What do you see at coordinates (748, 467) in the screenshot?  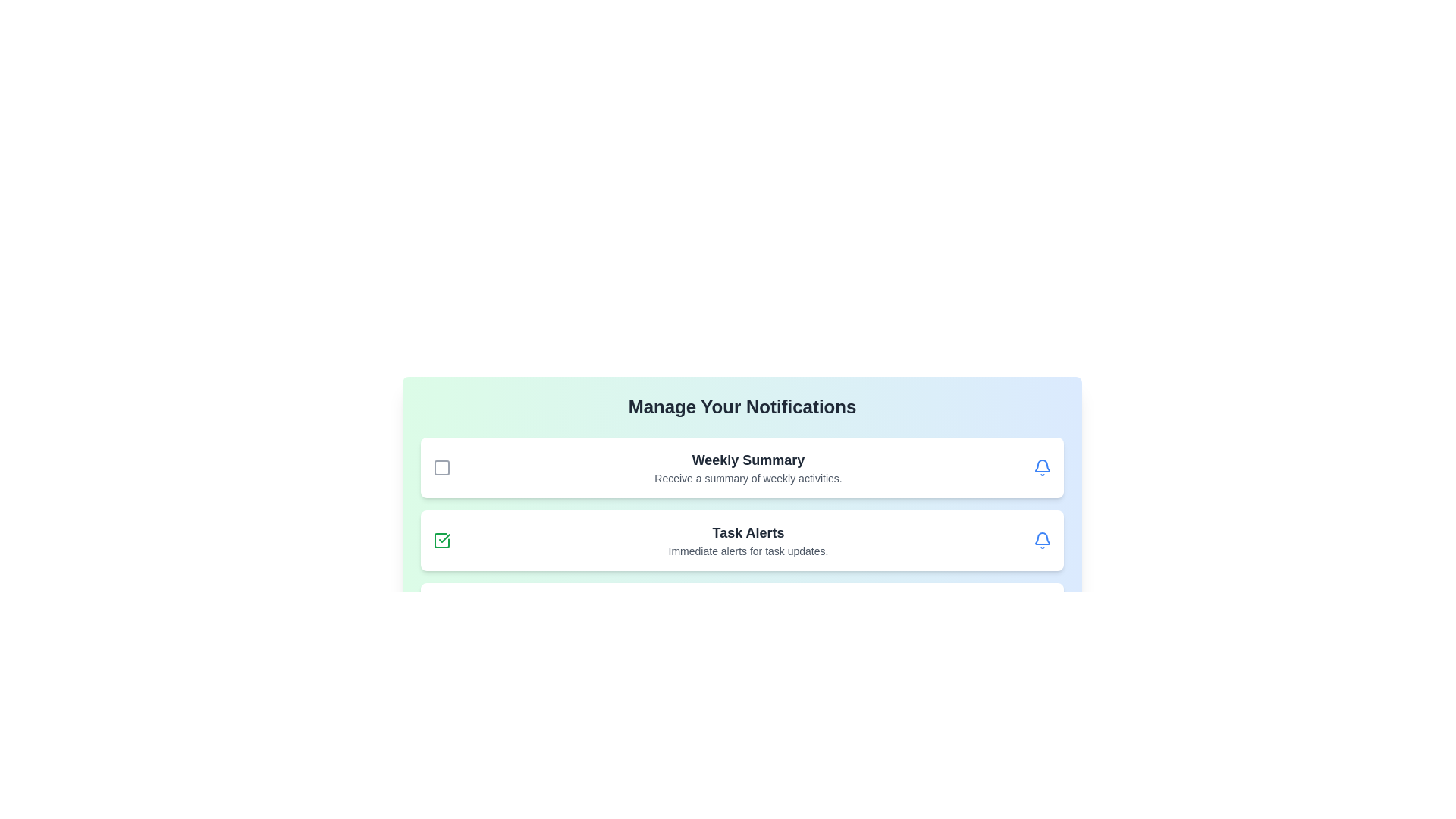 I see `the informational text block that provides a title and description for the notification feature, located to the right of the checkbox and to the left of the bell icon` at bounding box center [748, 467].